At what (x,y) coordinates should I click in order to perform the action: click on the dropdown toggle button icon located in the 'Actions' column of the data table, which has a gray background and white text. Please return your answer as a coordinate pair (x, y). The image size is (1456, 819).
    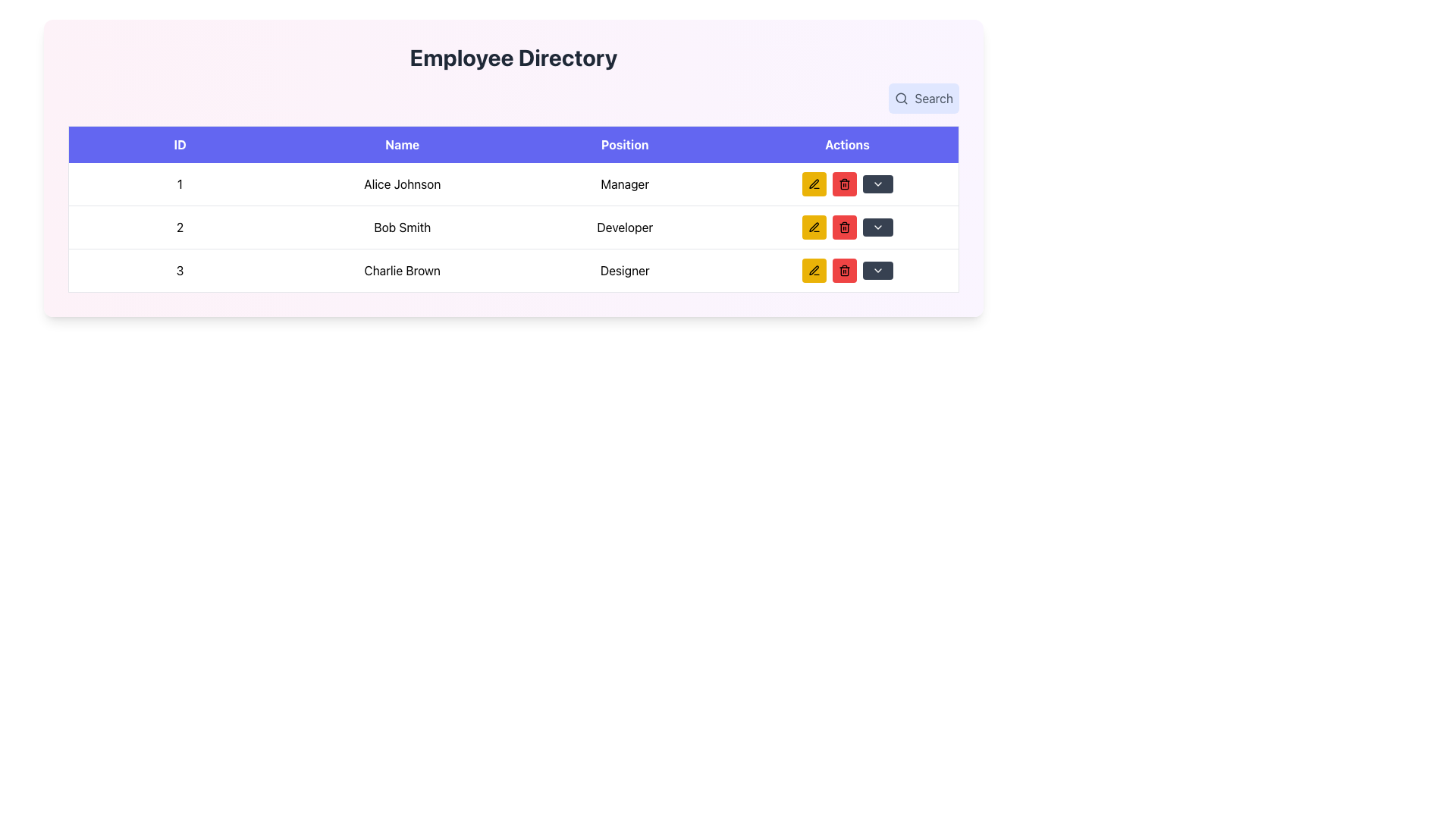
    Looking at the image, I should click on (877, 270).